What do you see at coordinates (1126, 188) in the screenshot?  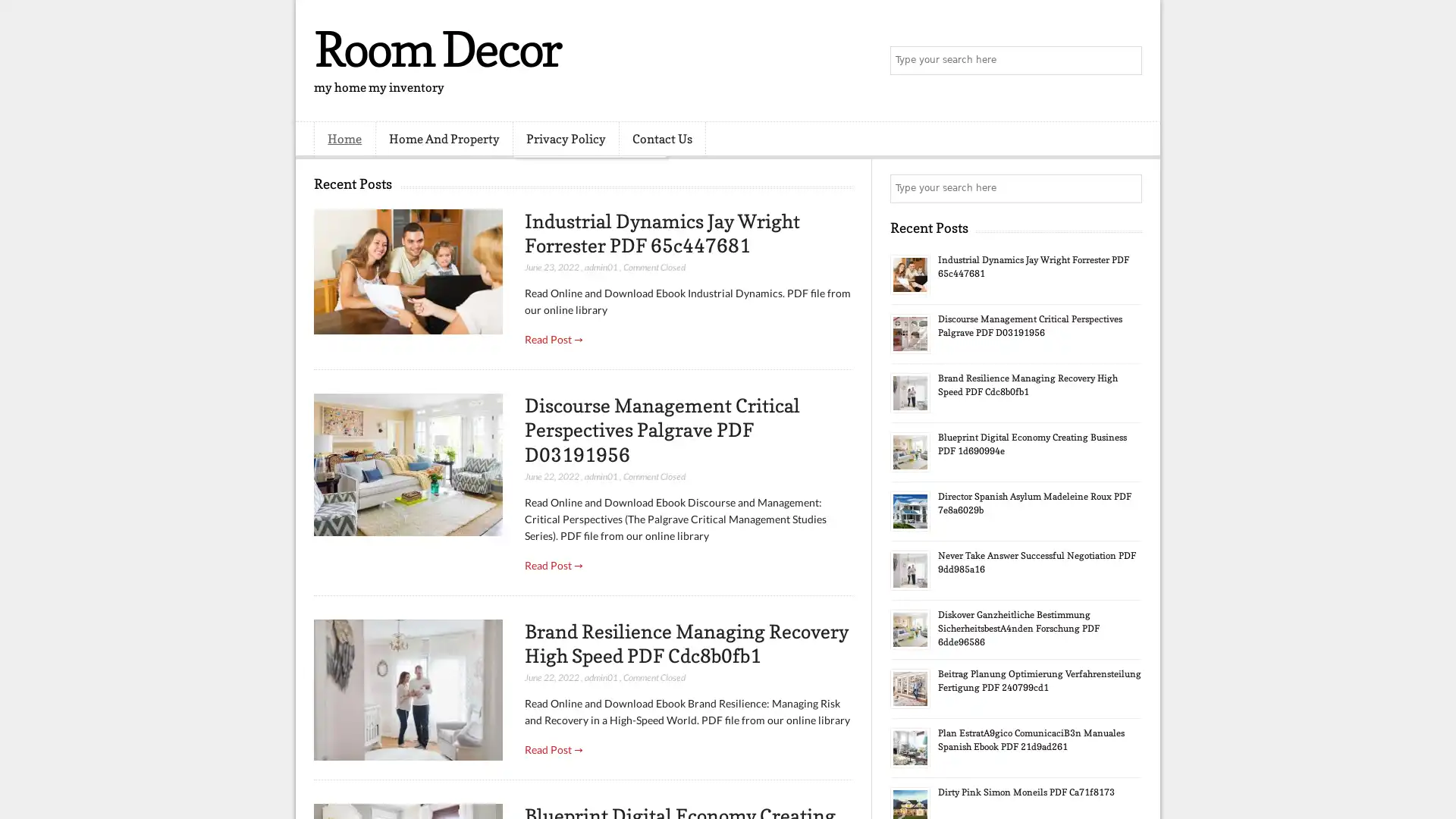 I see `Search` at bounding box center [1126, 188].